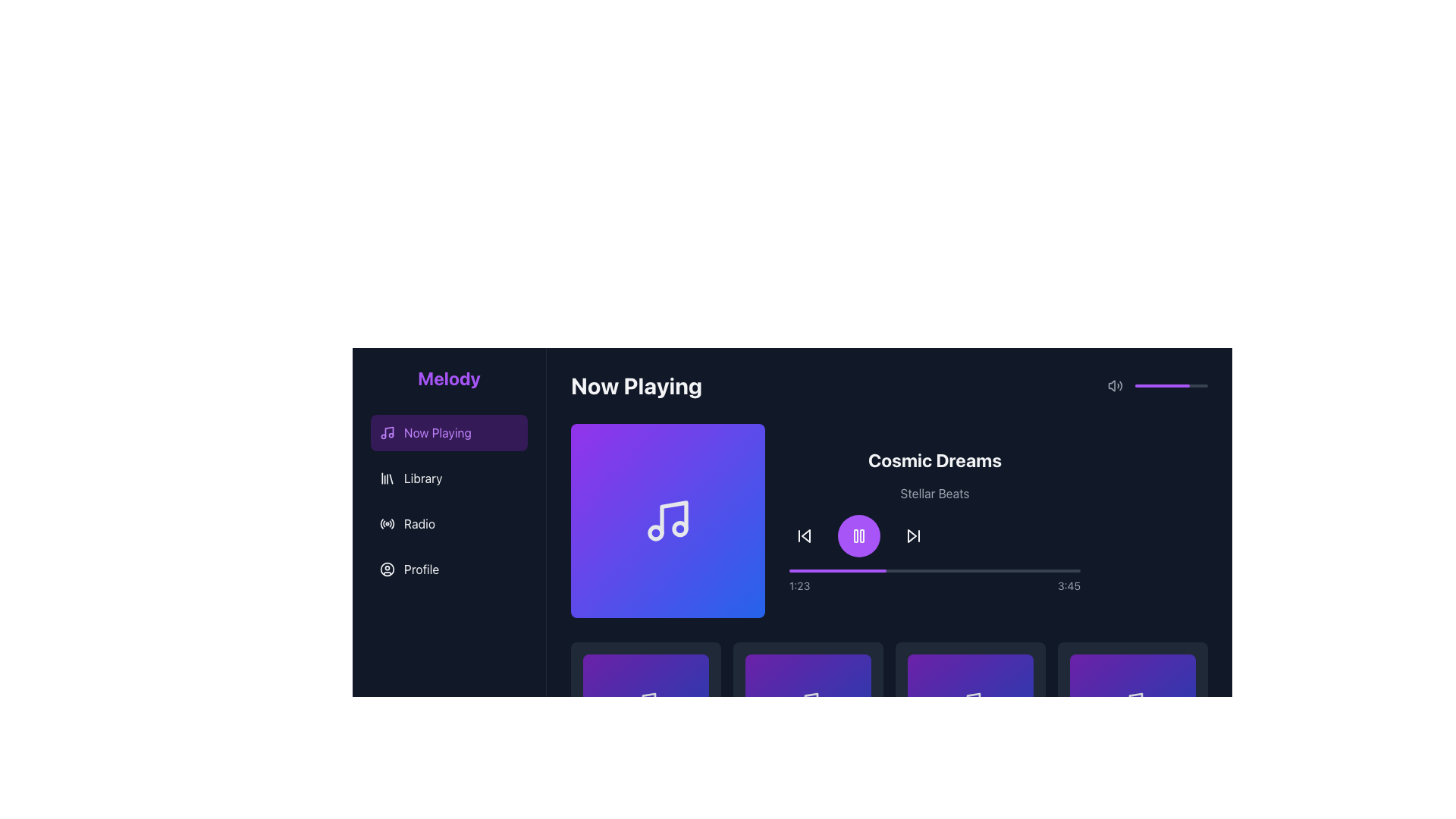  Describe the element at coordinates (993, 570) in the screenshot. I see `media playback` at that location.